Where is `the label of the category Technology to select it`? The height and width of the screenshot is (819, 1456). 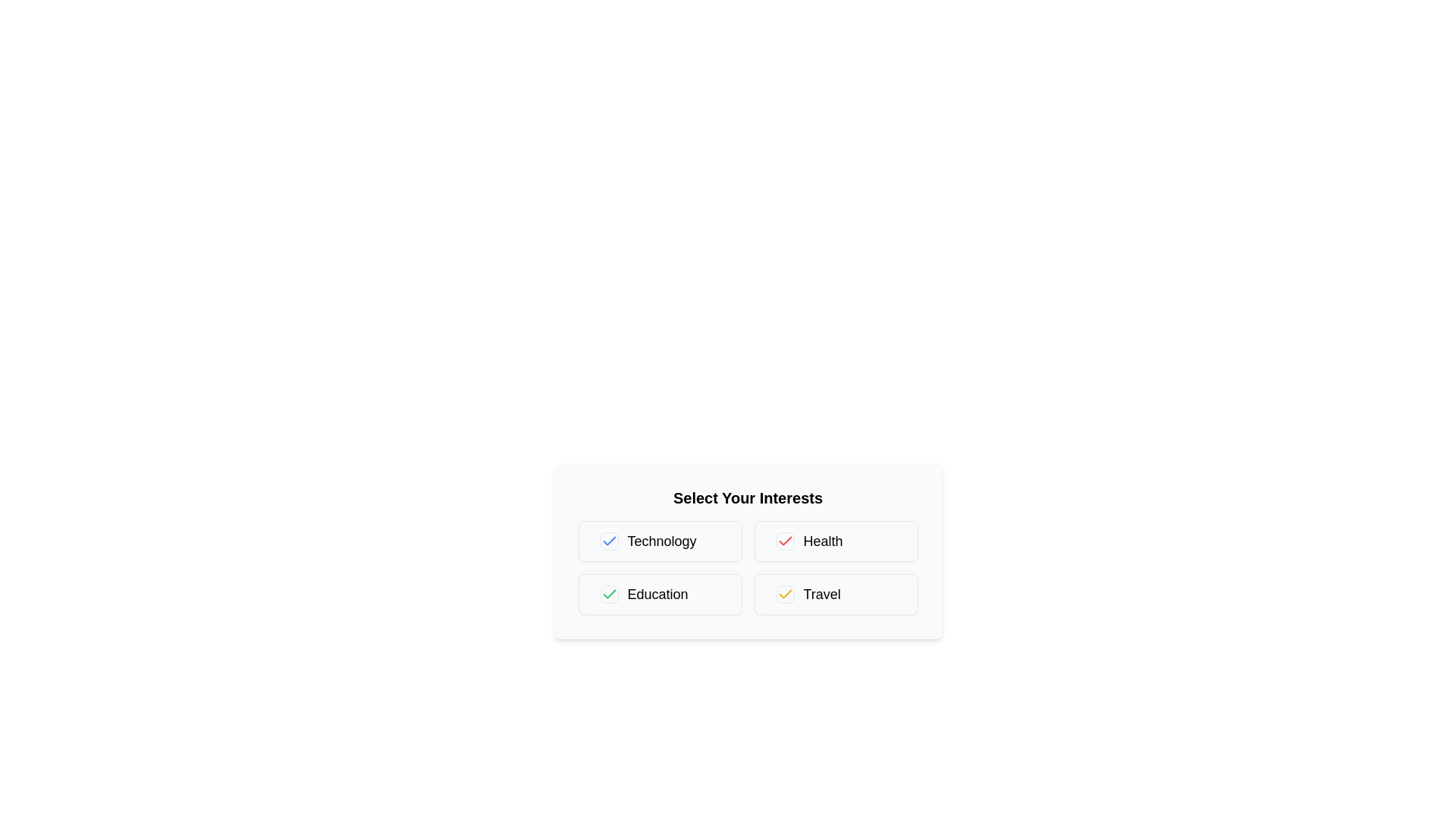 the label of the category Technology to select it is located at coordinates (660, 540).